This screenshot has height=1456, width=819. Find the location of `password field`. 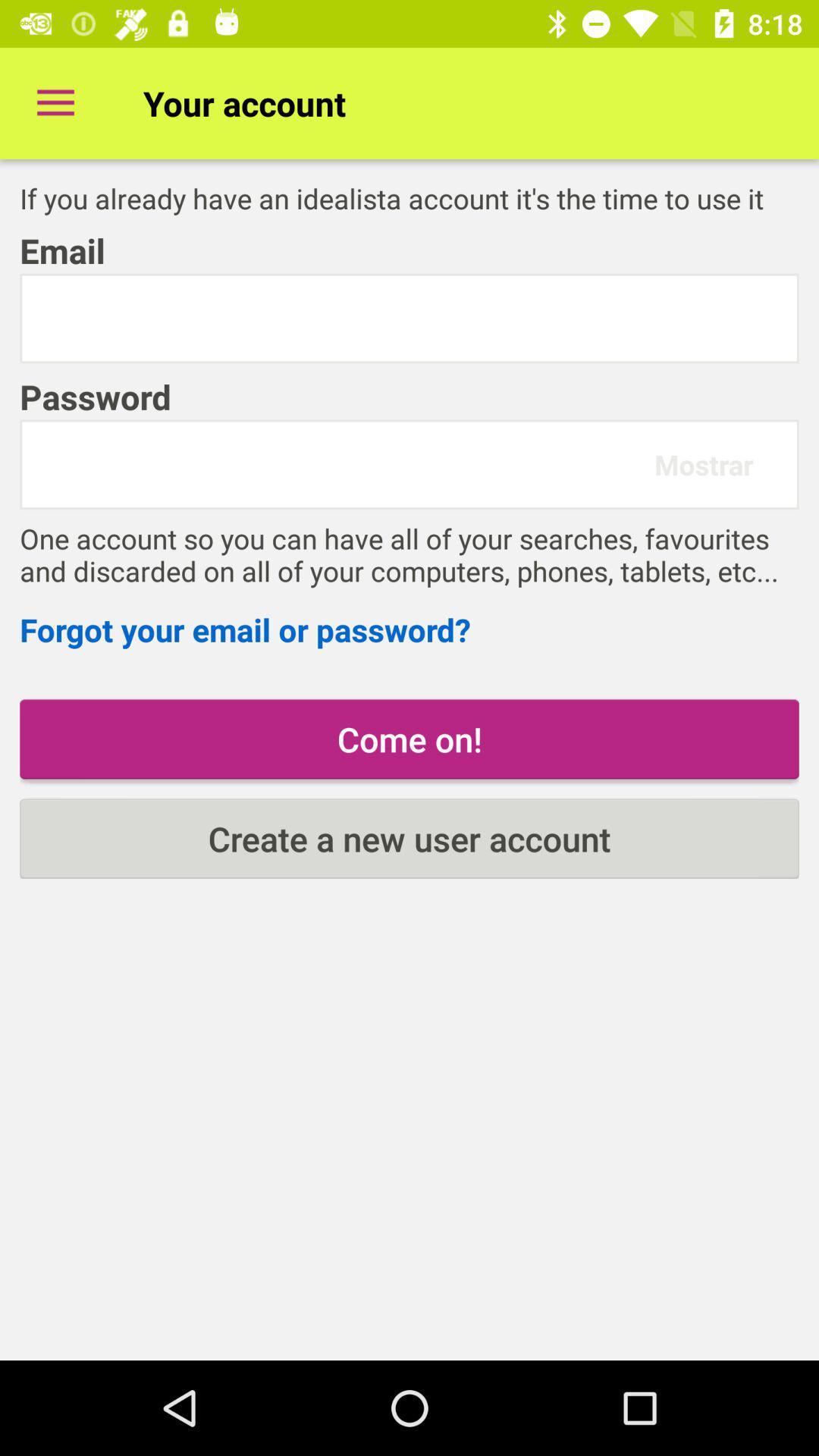

password field is located at coordinates (344, 463).